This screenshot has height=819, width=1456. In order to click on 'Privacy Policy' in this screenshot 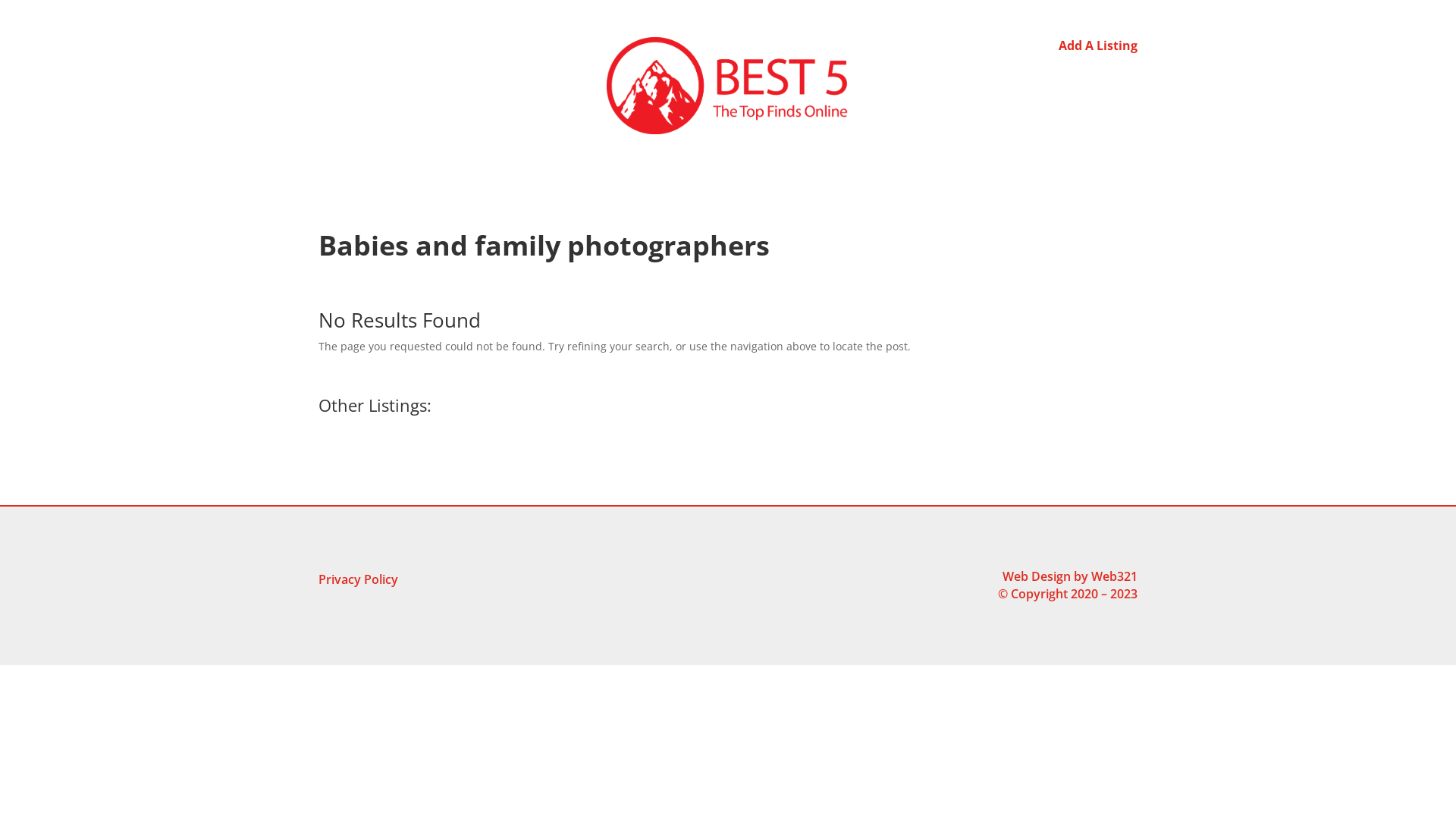, I will do `click(357, 581)`.